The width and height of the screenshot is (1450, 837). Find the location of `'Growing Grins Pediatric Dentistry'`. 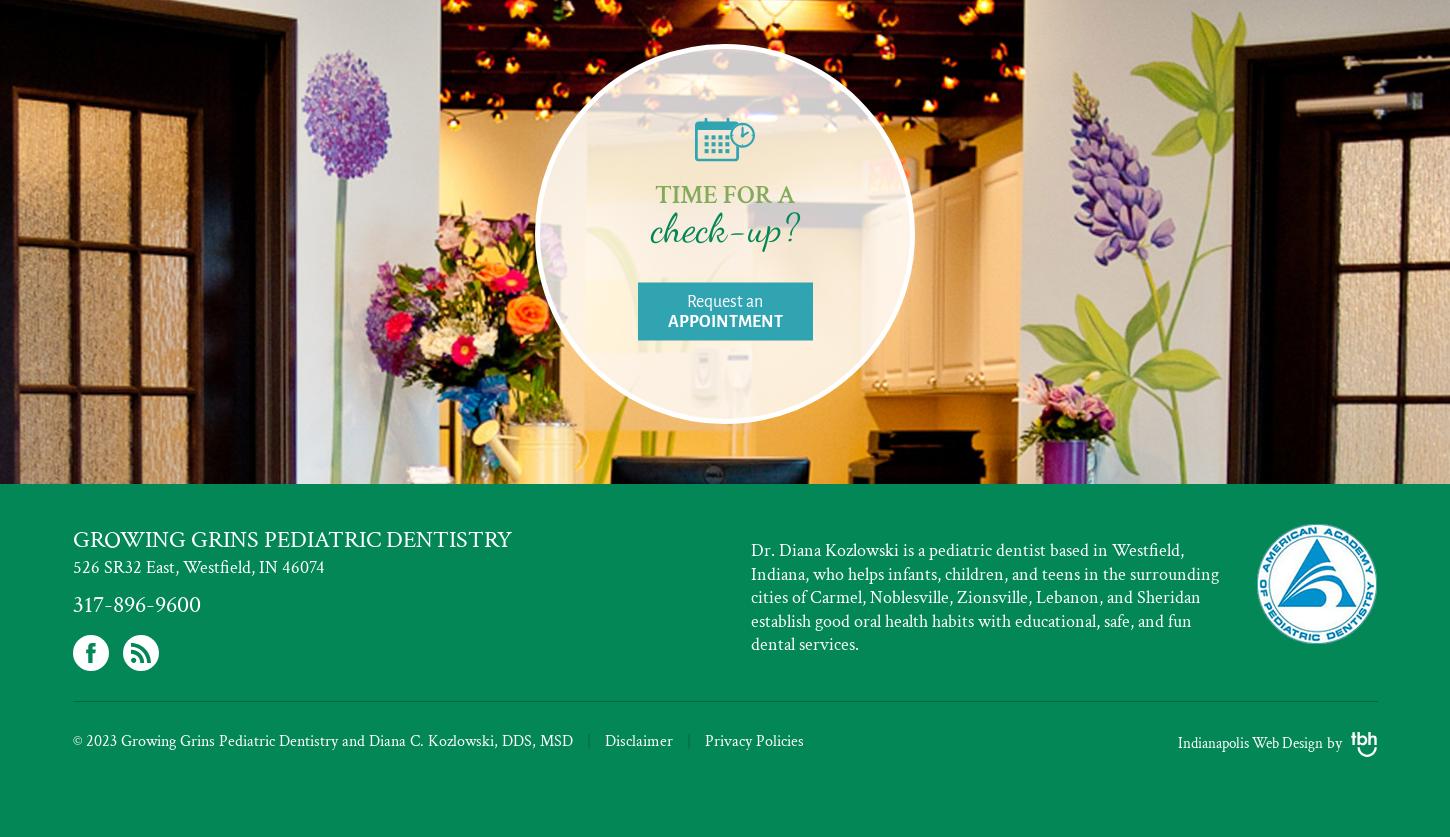

'Growing Grins Pediatric Dentistry' is located at coordinates (72, 538).